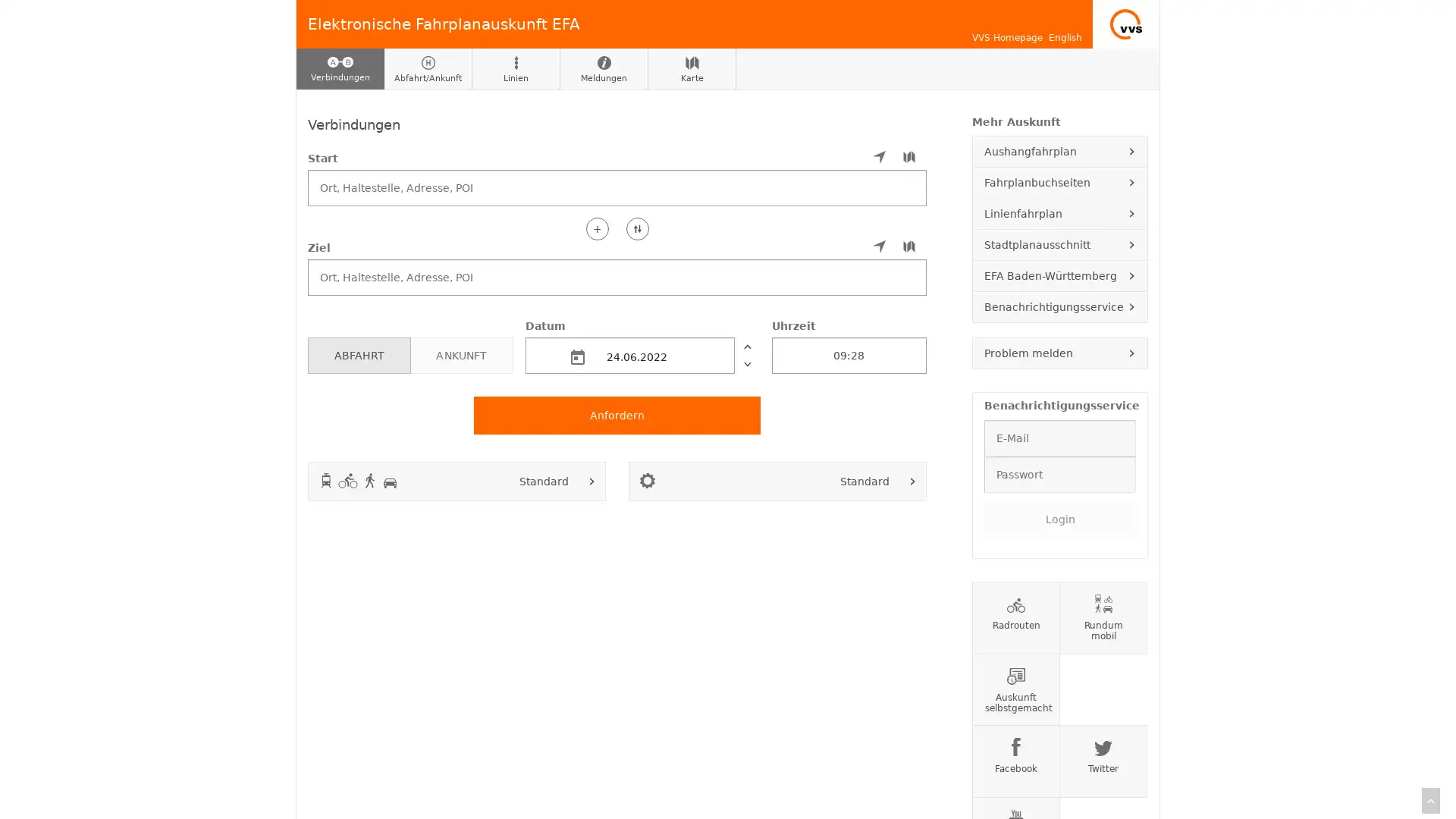 This screenshot has width=1456, height=819. I want to click on Meldungen, so click(603, 69).